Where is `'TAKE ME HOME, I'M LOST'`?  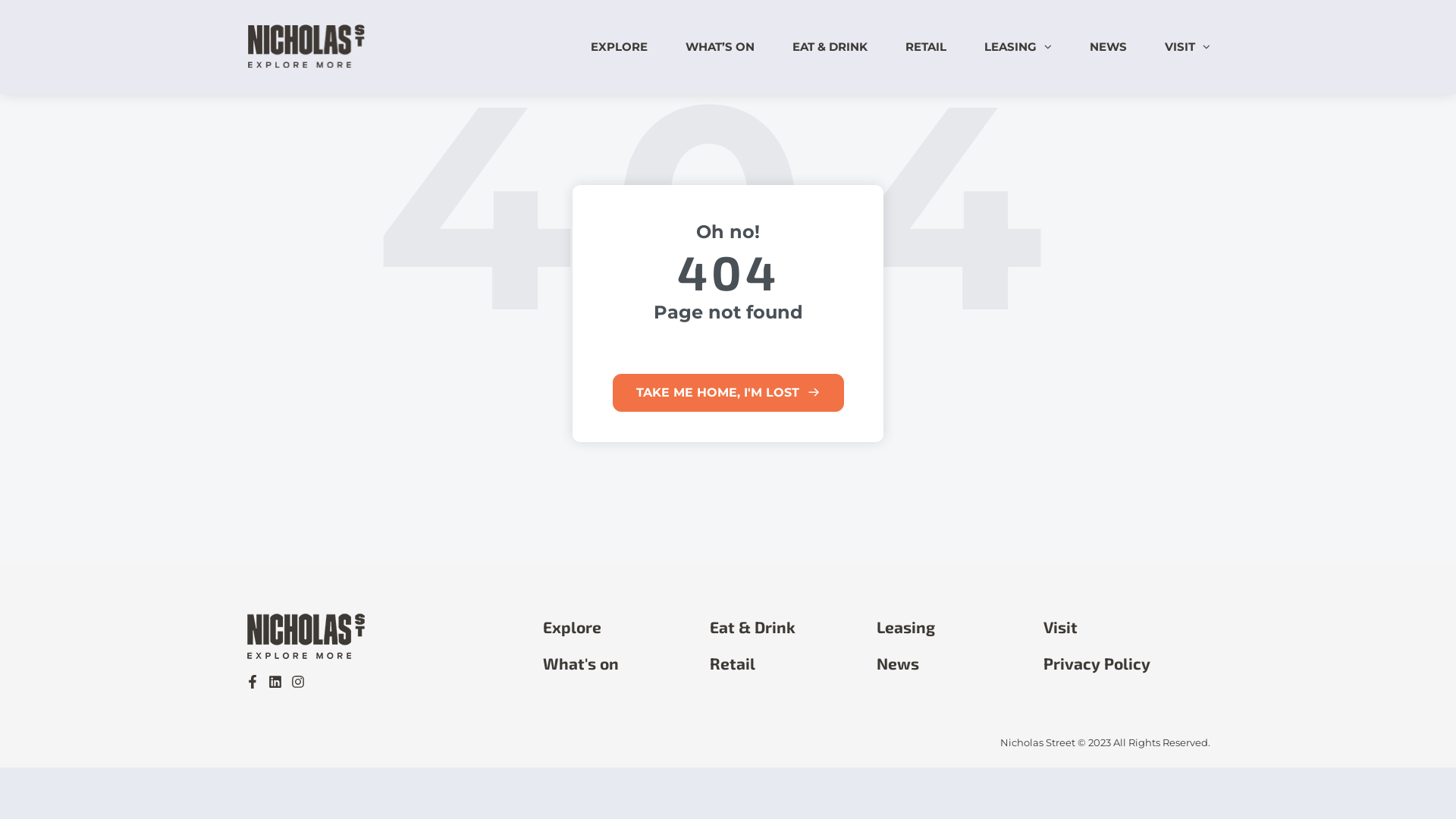
'TAKE ME HOME, I'M LOST' is located at coordinates (728, 391).